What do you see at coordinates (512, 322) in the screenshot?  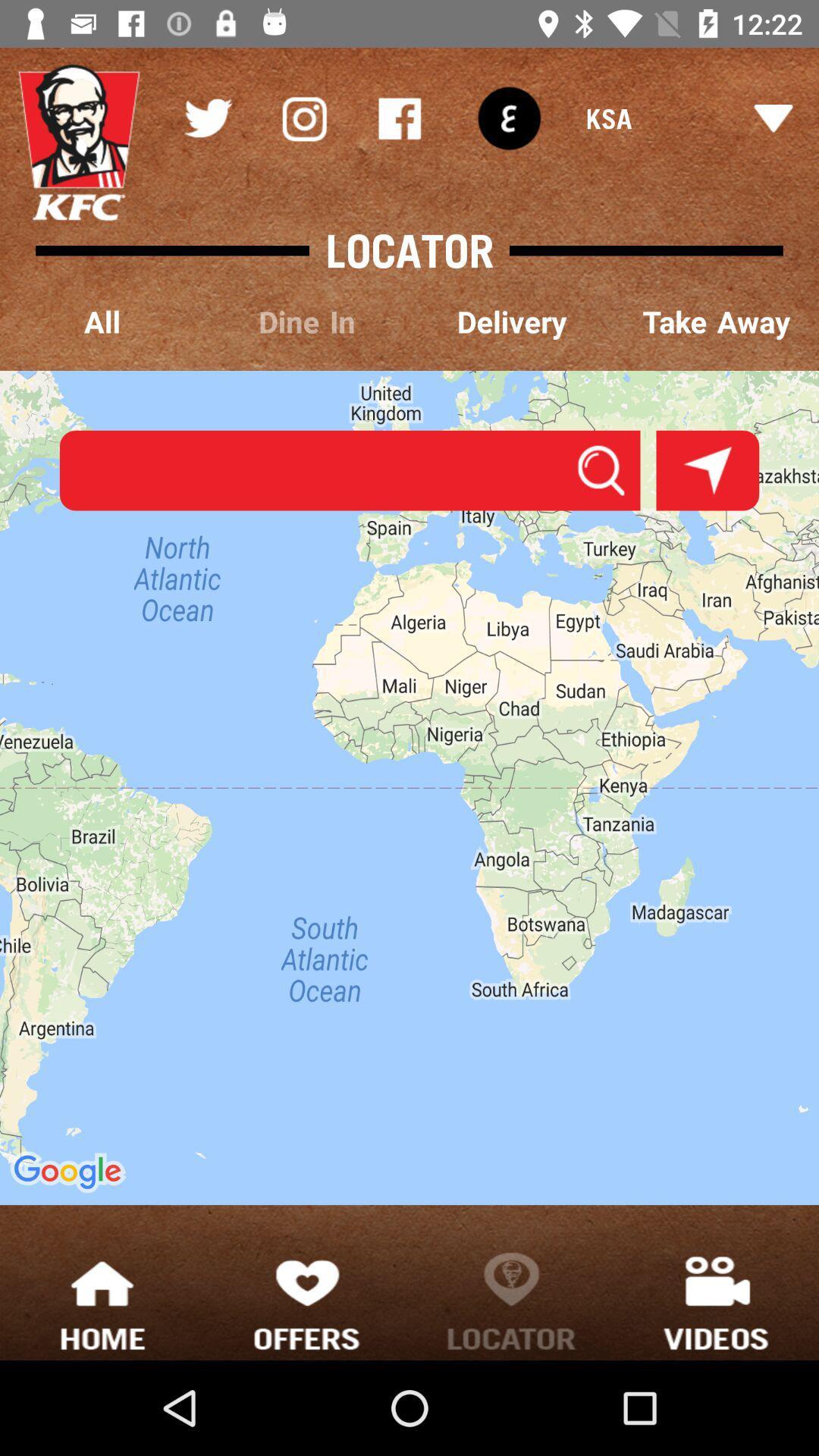 I see `the item to the right of dine in item` at bounding box center [512, 322].